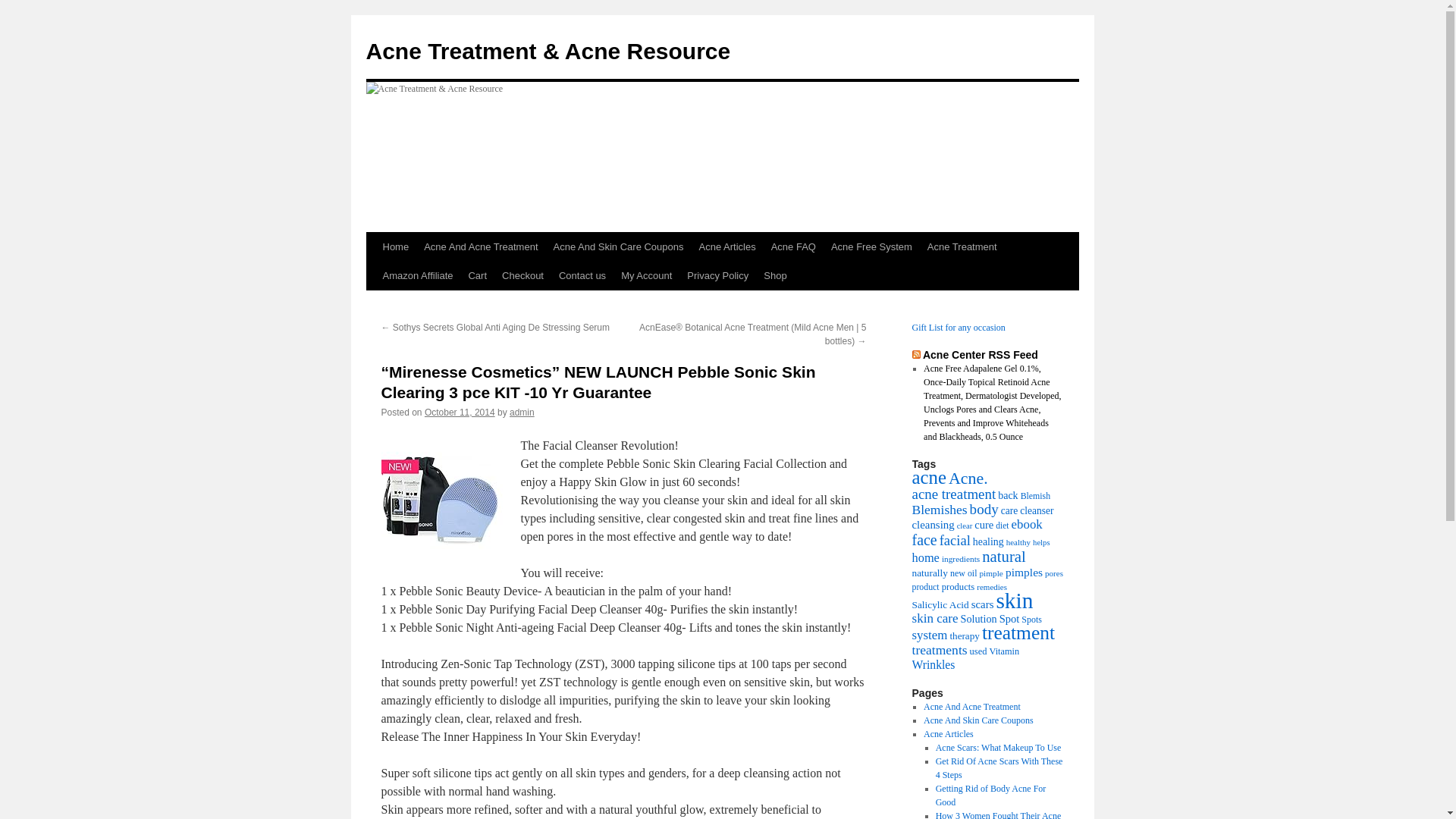 This screenshot has height=819, width=1456. Describe the element at coordinates (964, 525) in the screenshot. I see `'clear'` at that location.